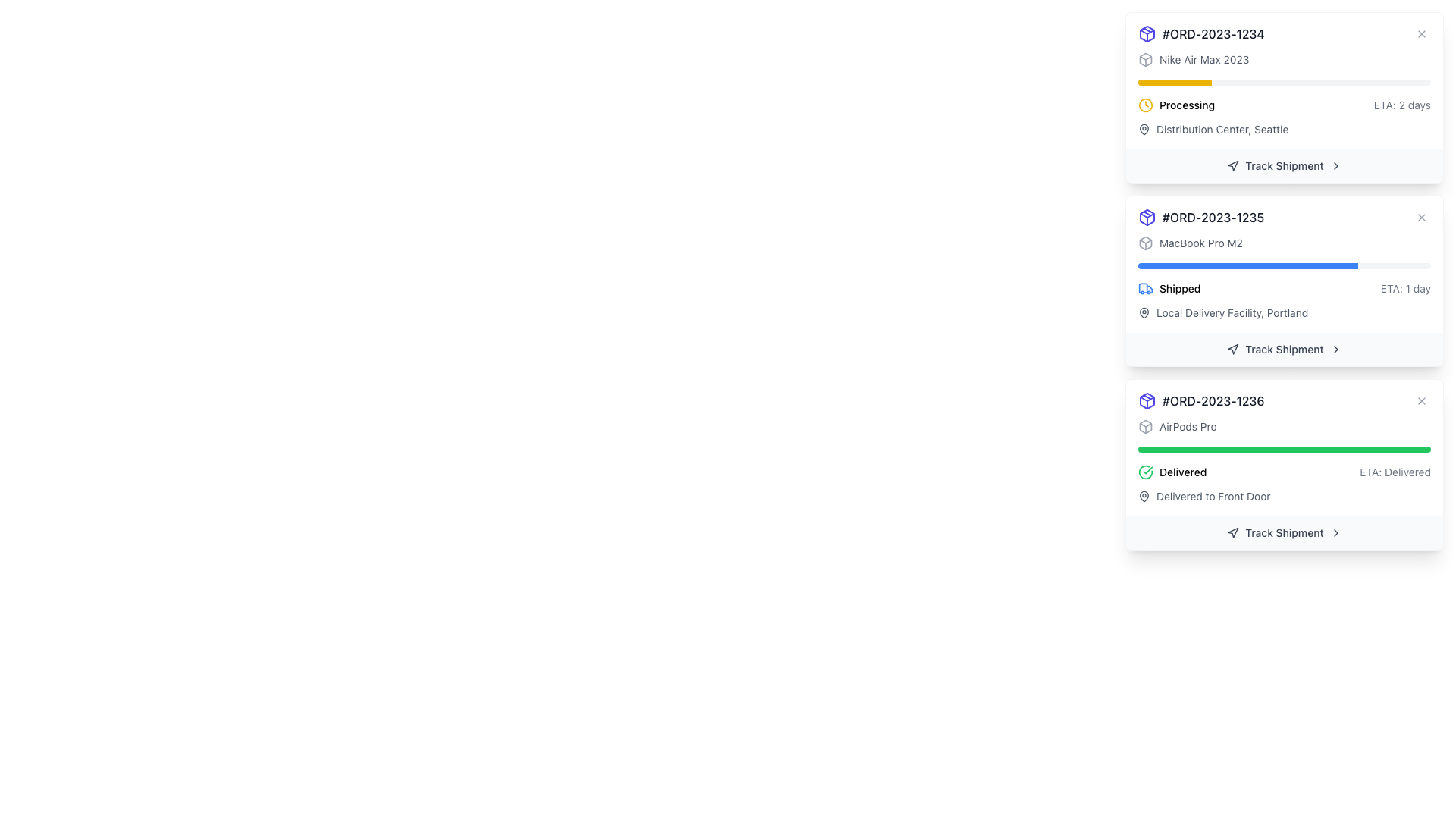  What do you see at coordinates (1421, 34) in the screenshot?
I see `the small circular 'X' icon button located at the top-right corner of the card titled '#ORD-2023-1234'` at bounding box center [1421, 34].